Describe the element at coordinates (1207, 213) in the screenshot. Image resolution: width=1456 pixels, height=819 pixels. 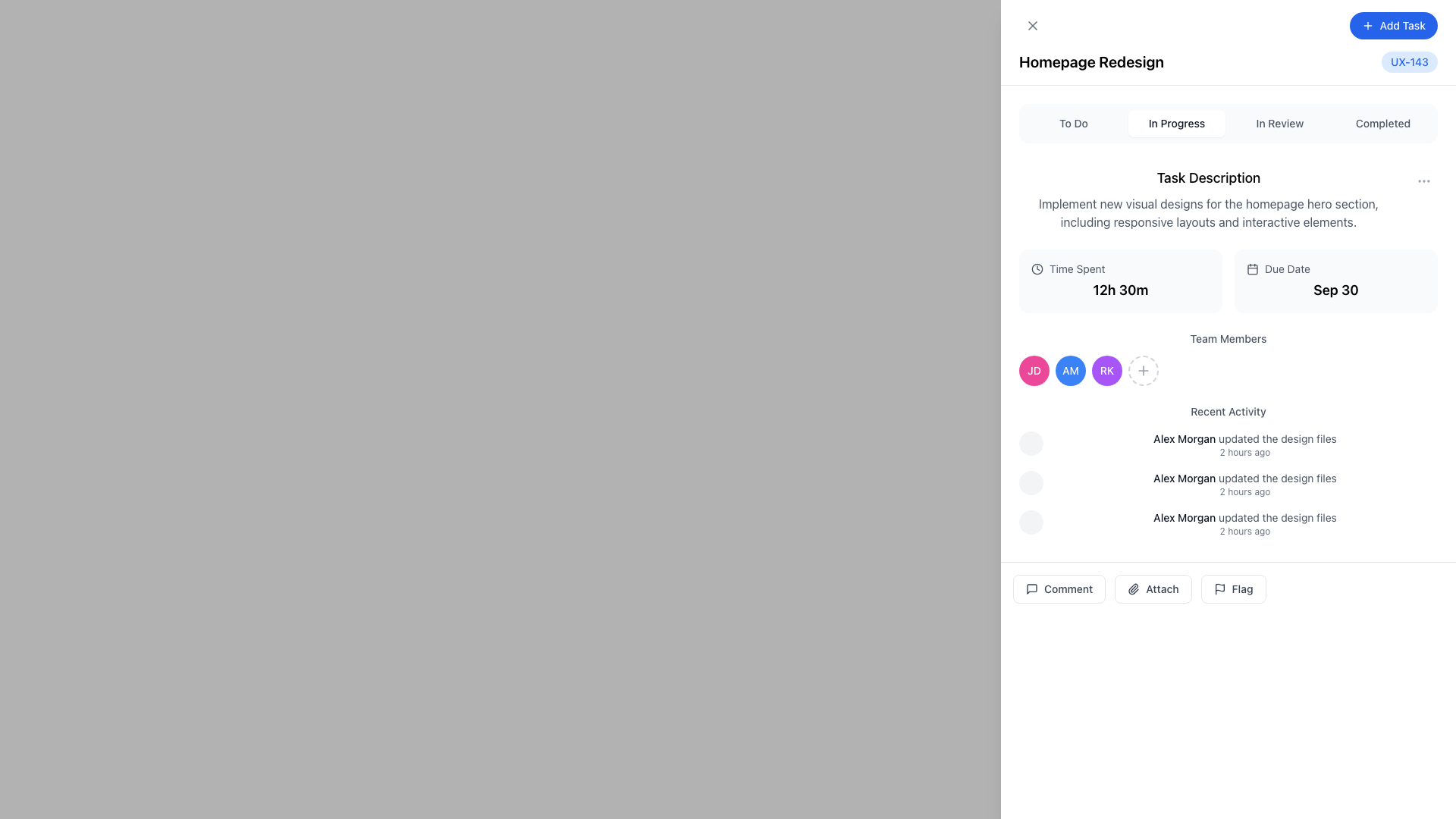
I see `the text label displaying 'Implement new visual designs for the homepage hero section, including responsive layouts and interactive elements.' located beneath the heading 'Task Description'` at that location.